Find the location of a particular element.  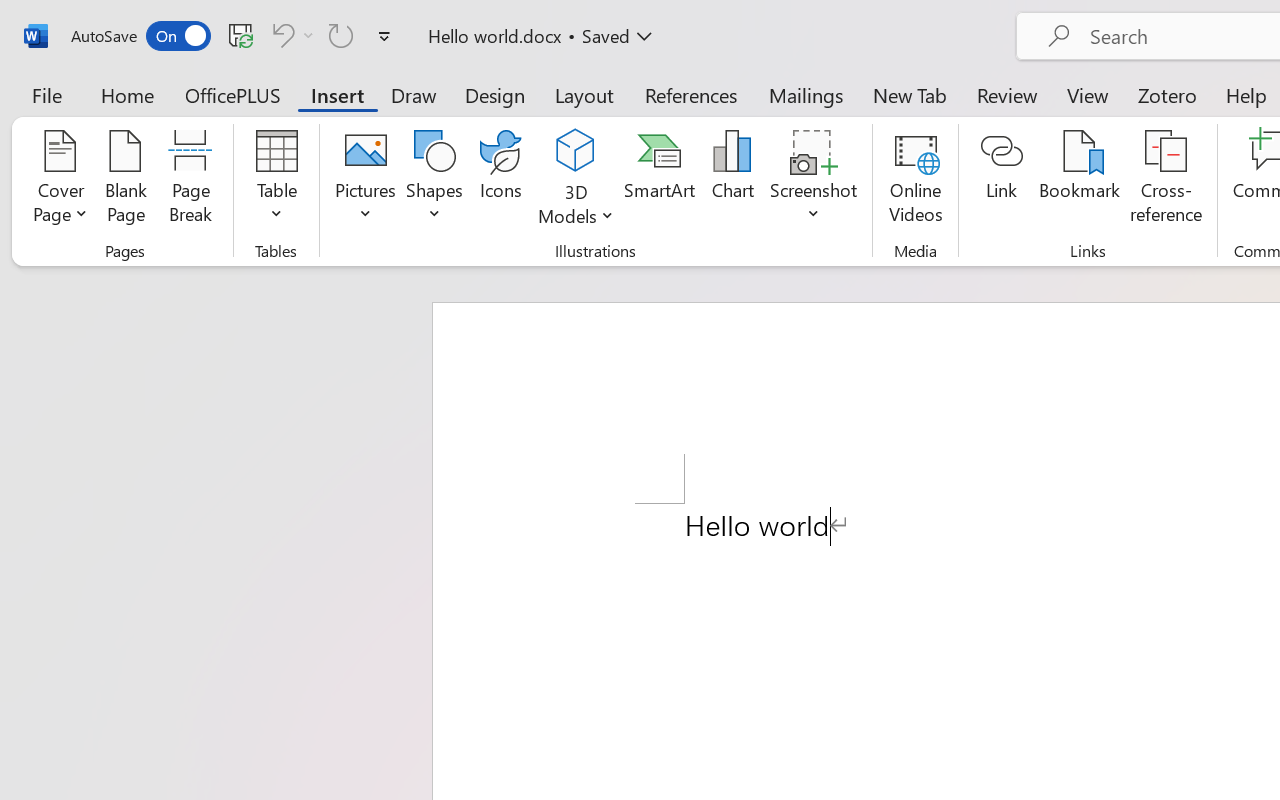

'Shapes' is located at coordinates (434, 179).